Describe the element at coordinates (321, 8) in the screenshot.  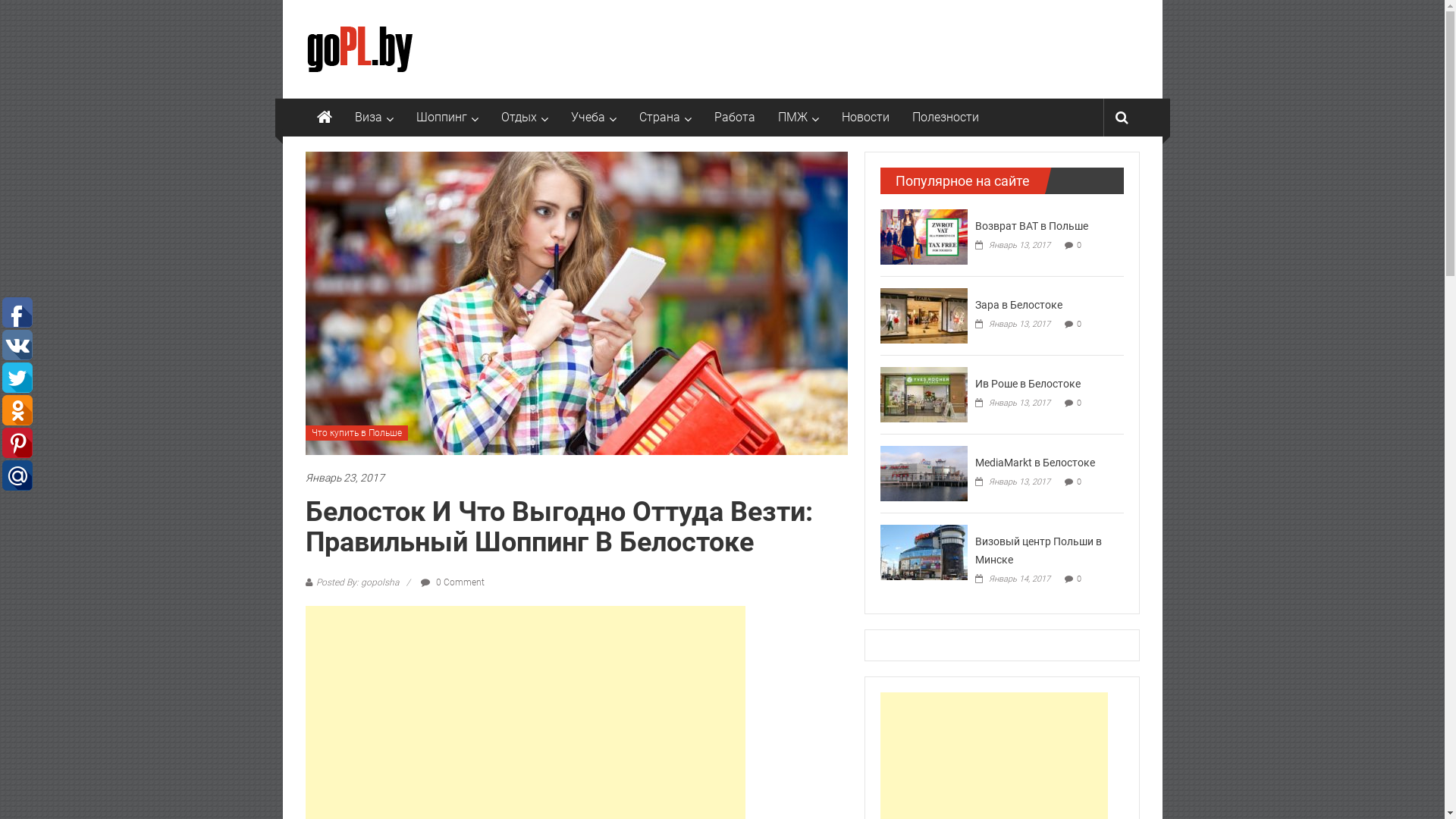
I see `'Skip to content'` at that location.